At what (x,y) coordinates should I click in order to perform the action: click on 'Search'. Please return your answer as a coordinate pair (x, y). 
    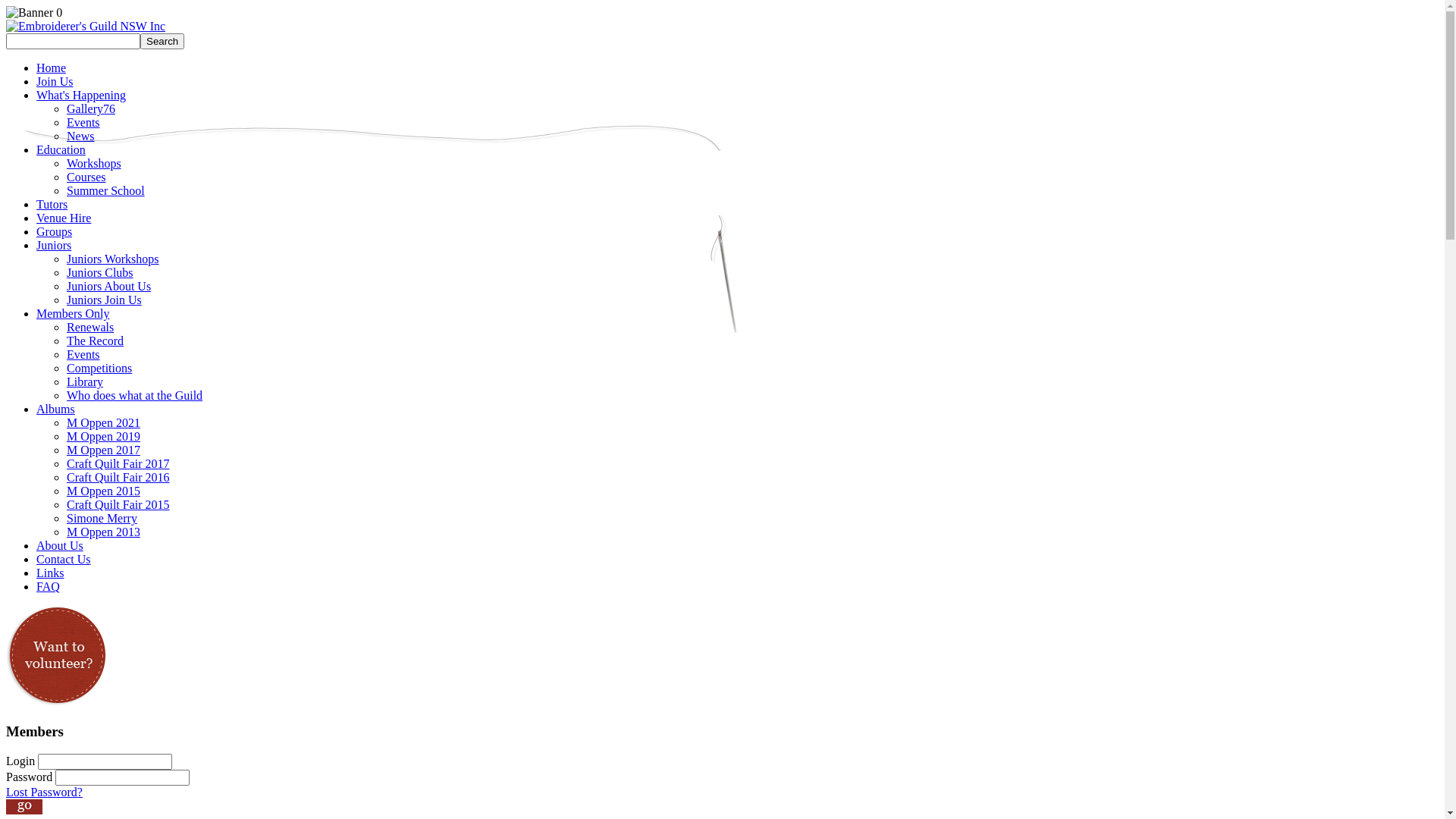
    Looking at the image, I should click on (140, 40).